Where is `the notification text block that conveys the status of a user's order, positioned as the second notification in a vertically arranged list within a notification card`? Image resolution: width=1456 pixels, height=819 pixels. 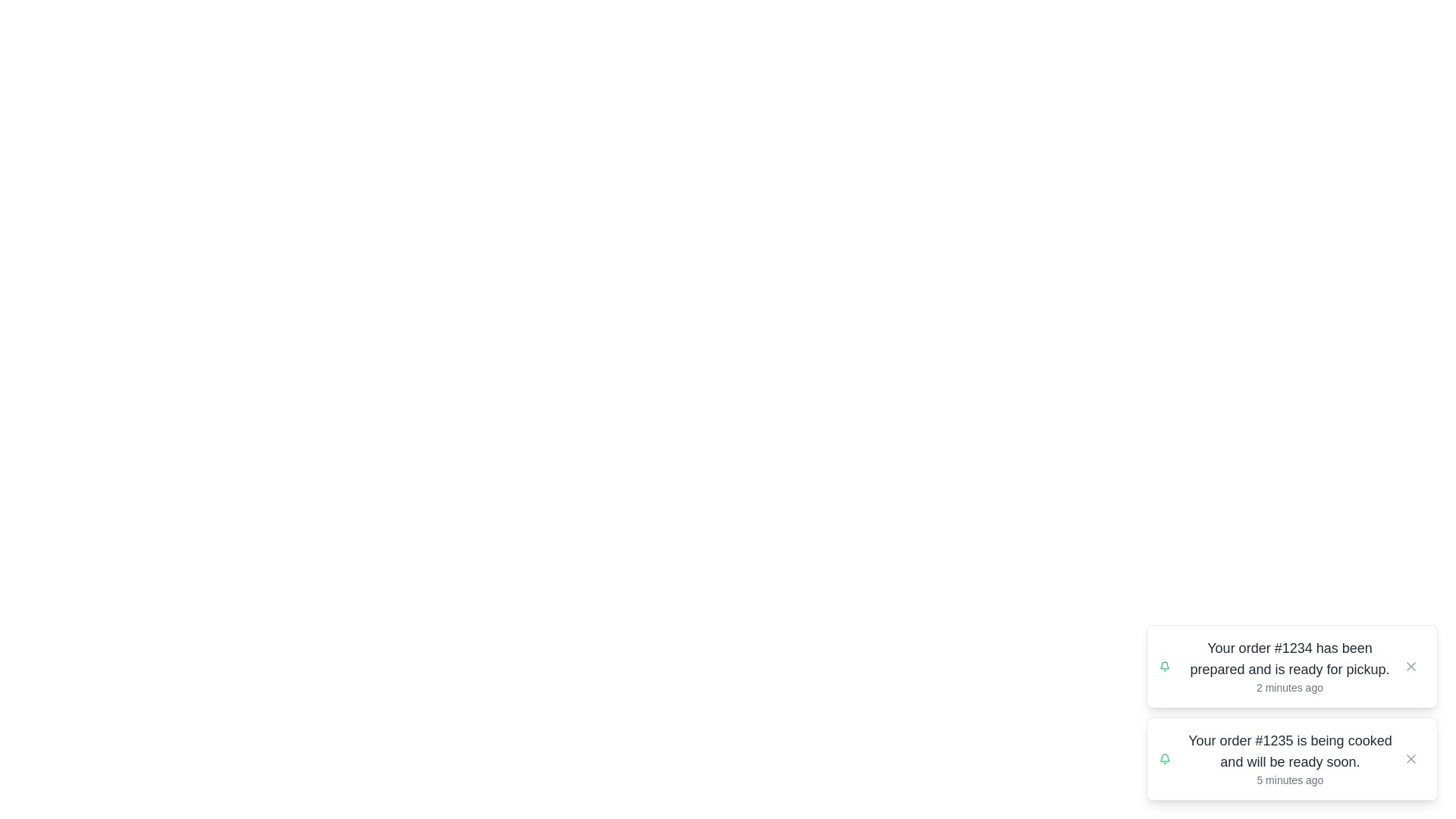
the notification text block that conveys the status of a user's order, positioned as the second notification in a vertically arranged list within a notification card is located at coordinates (1289, 752).